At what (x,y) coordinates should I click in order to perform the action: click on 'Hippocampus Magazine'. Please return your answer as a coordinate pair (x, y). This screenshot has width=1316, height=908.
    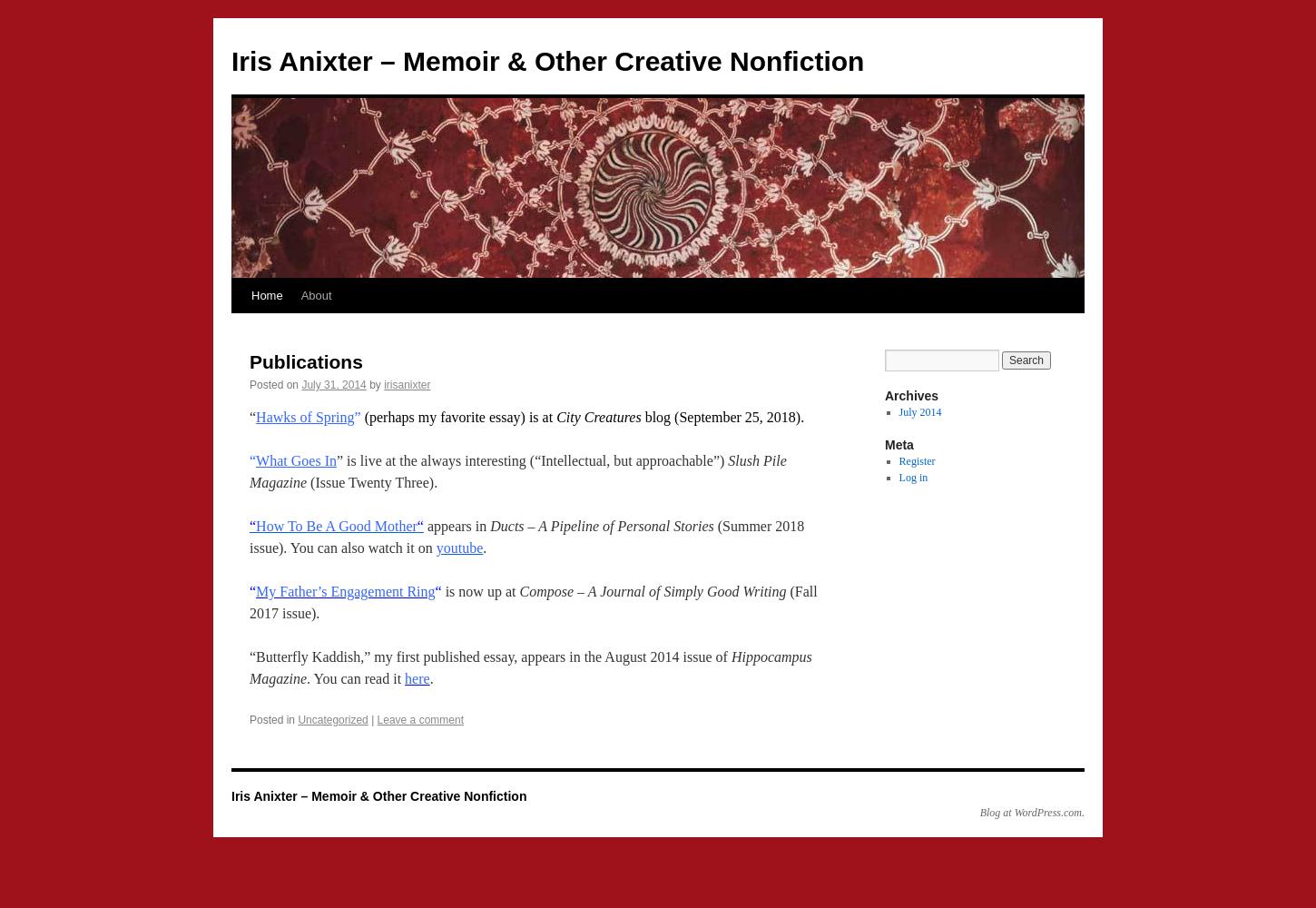
    Looking at the image, I should click on (530, 666).